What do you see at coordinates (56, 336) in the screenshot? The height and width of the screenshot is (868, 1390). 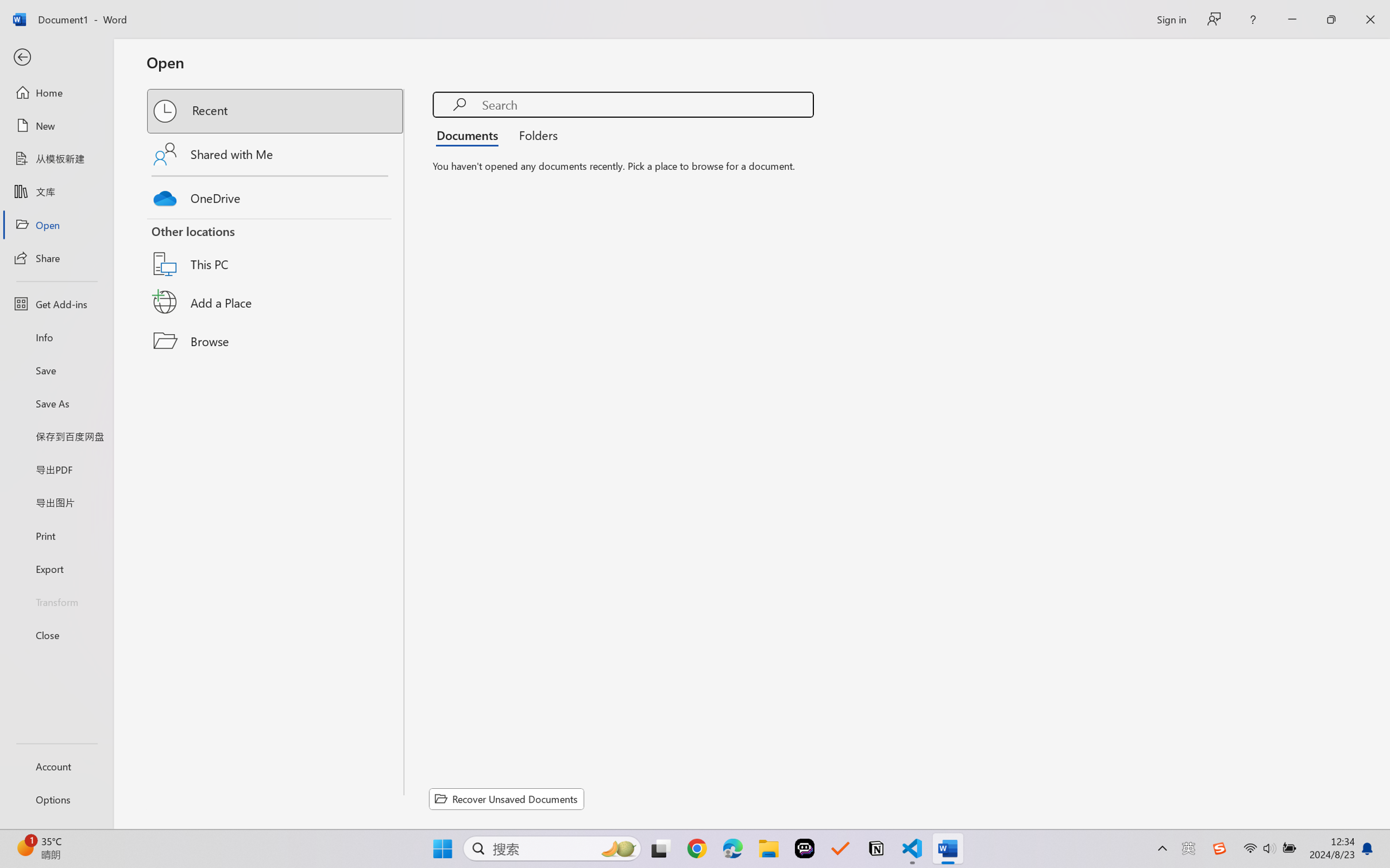 I see `'Info'` at bounding box center [56, 336].